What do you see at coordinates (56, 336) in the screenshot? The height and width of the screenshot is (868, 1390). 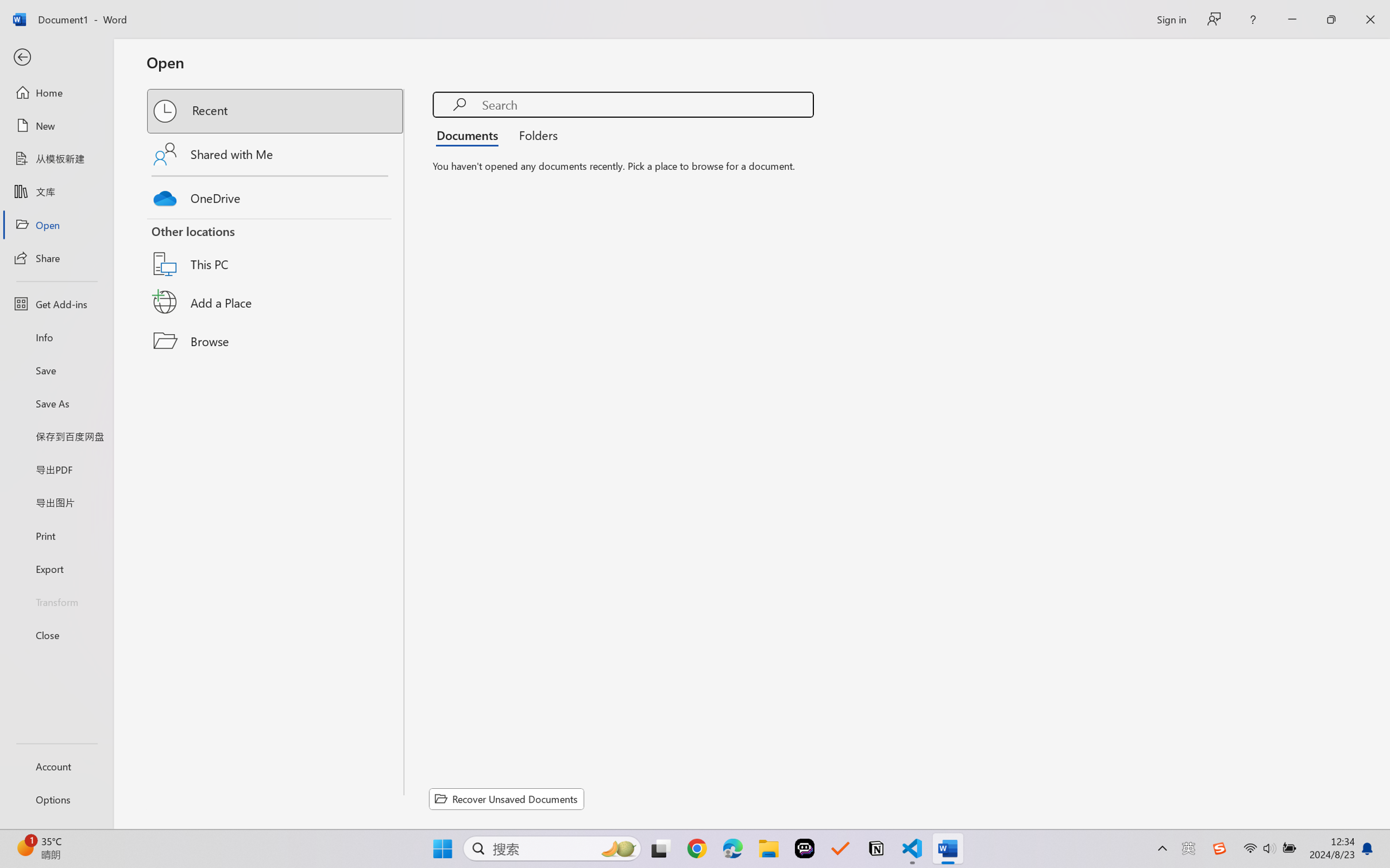 I see `'Info'` at bounding box center [56, 336].